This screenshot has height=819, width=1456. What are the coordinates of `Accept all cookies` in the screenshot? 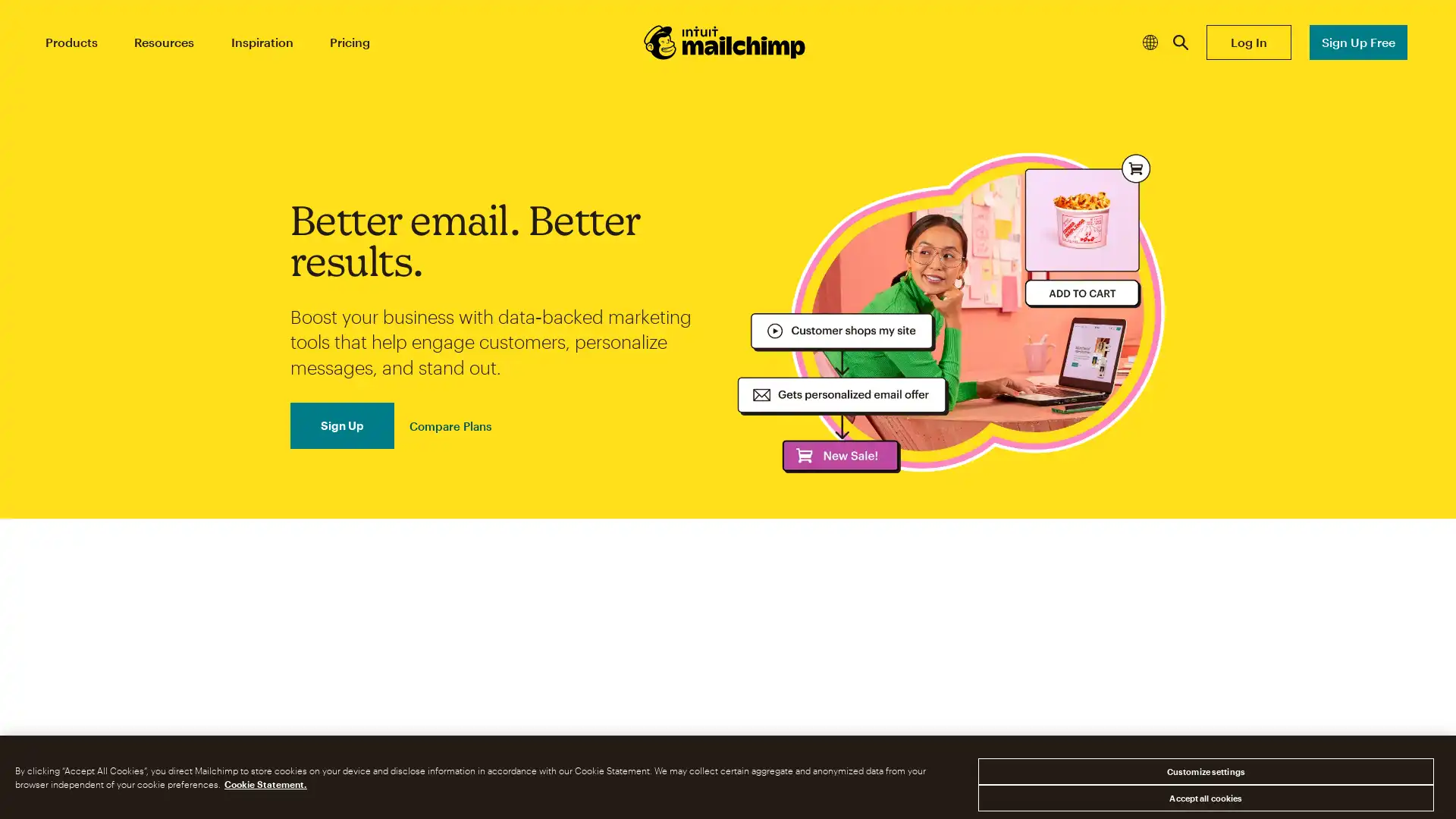 It's located at (1204, 797).